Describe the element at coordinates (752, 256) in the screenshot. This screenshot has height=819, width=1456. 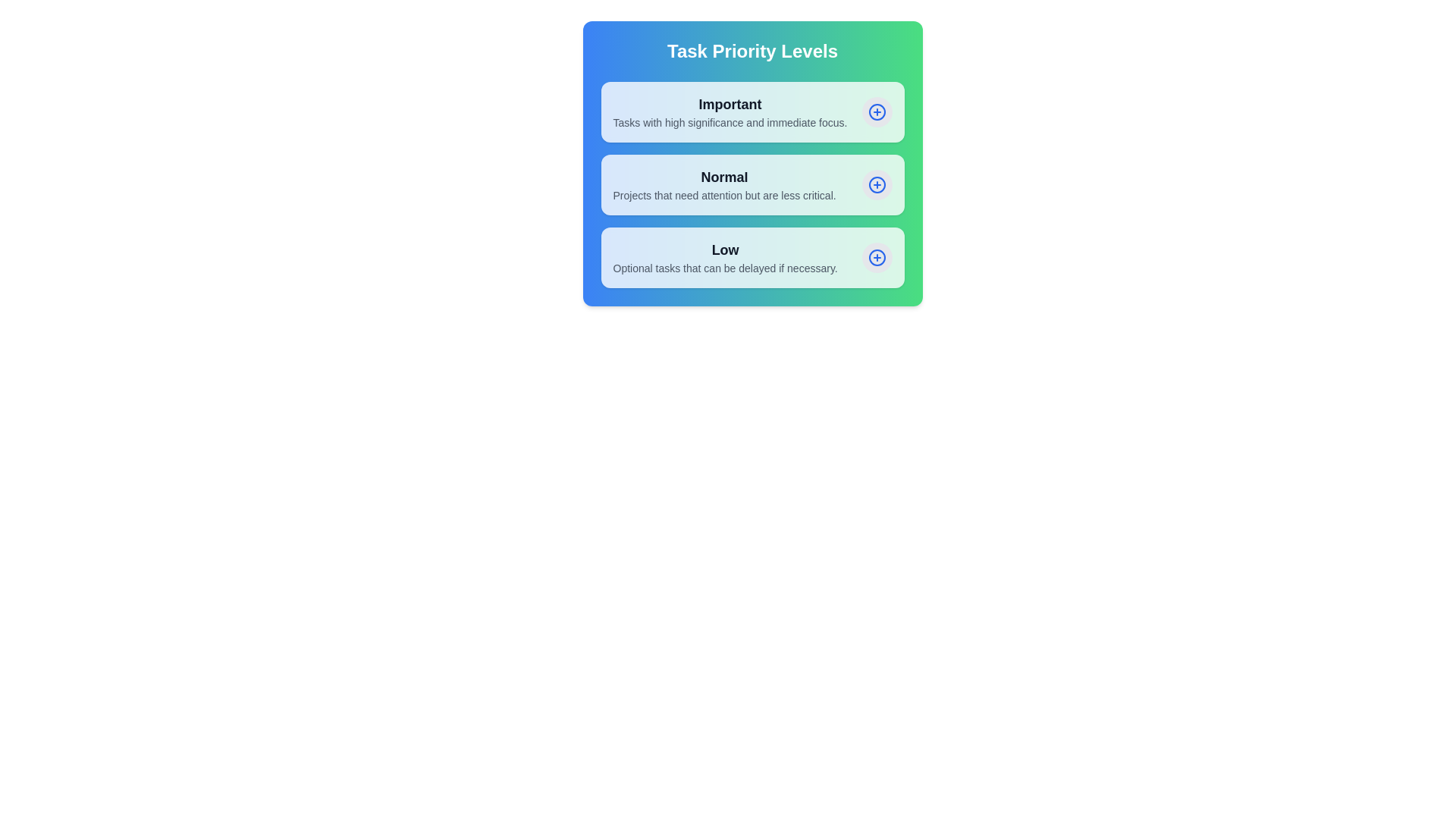
I see `the 'Low' priority task card located at the bottom of the stack of task priority levels` at that location.